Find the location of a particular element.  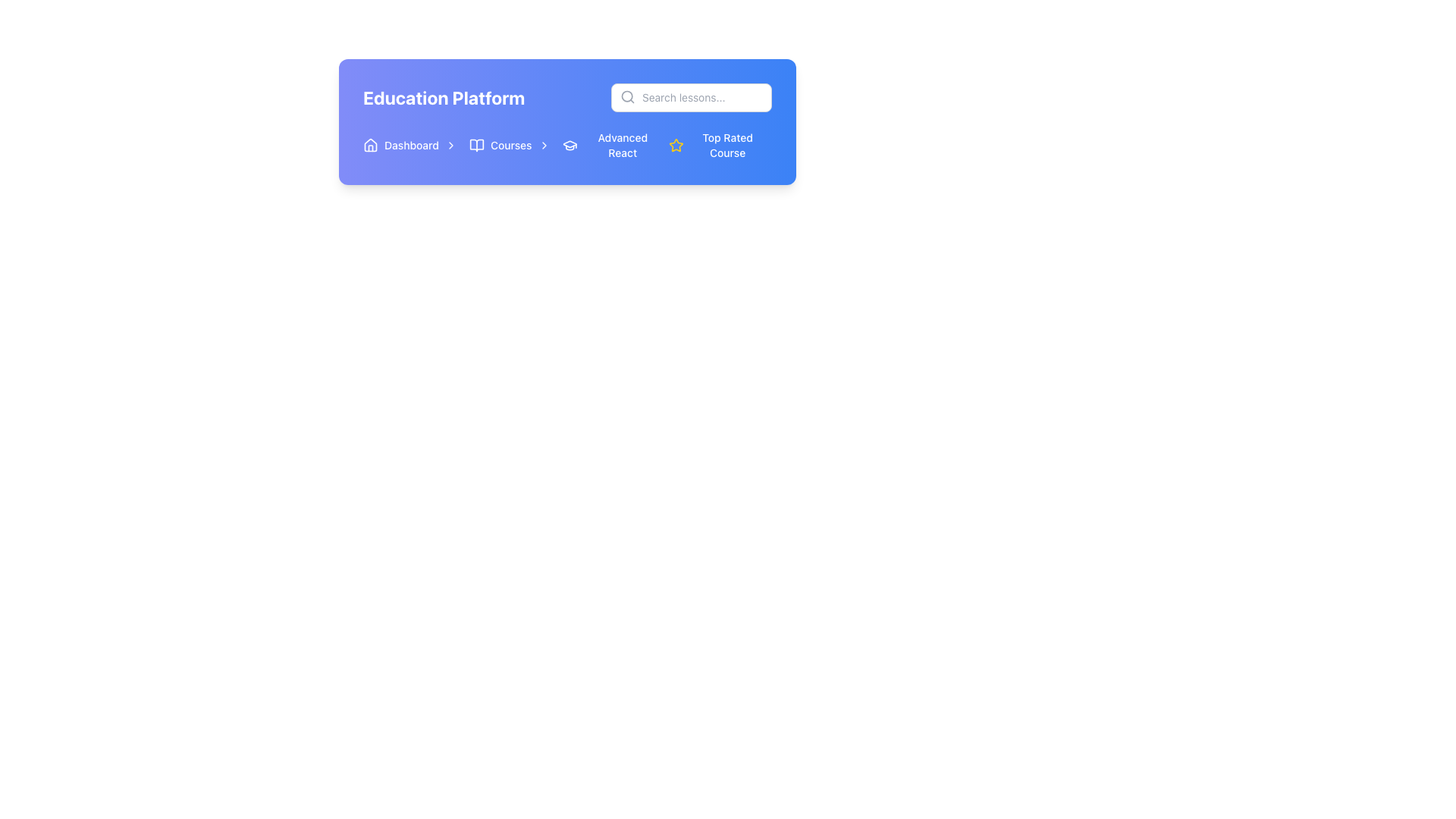

the Static Text element that serves as the title for the 'Education Platform' section, located at the leftmost side of the header is located at coordinates (443, 97).